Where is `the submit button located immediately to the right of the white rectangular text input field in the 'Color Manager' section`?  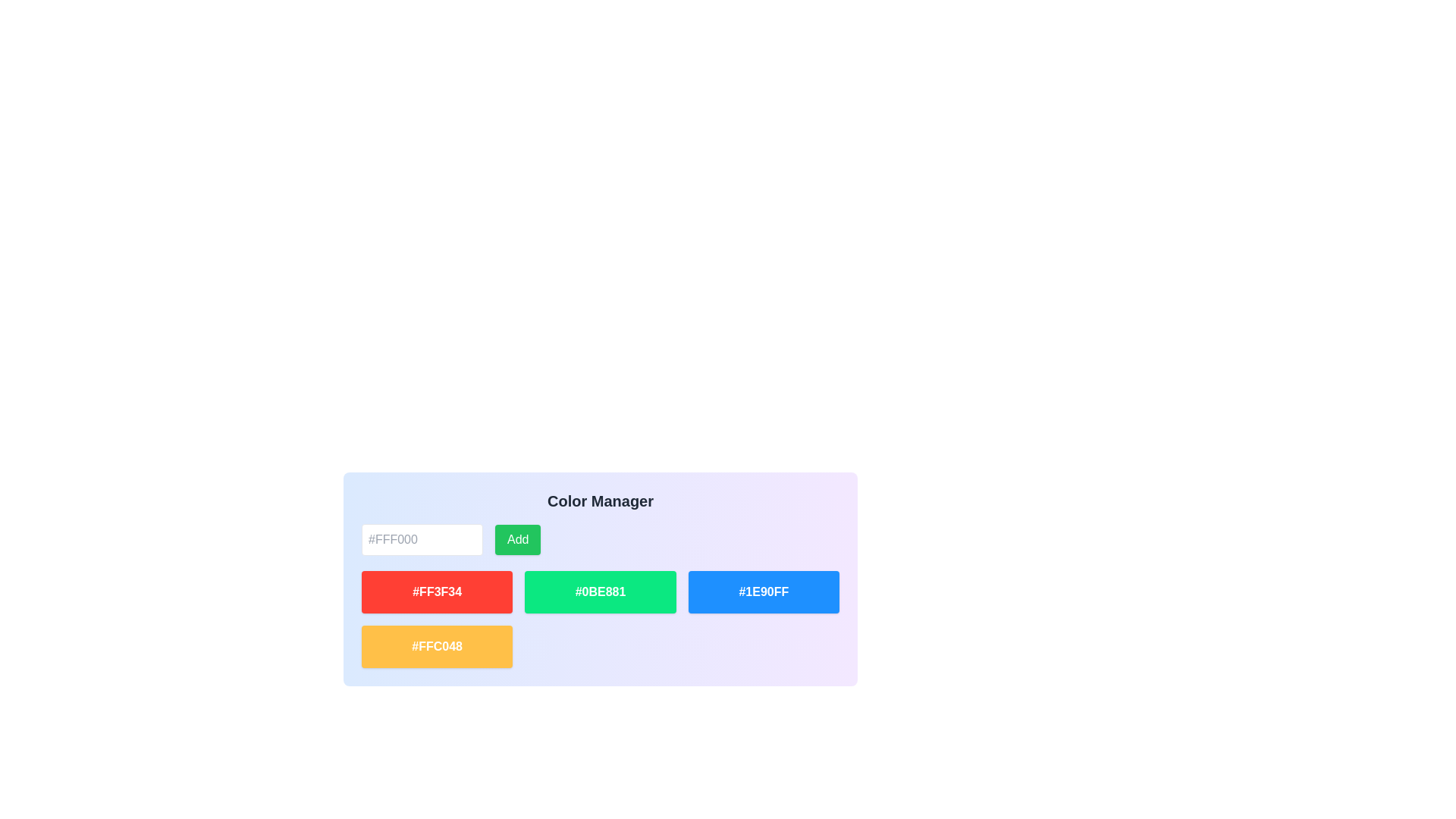
the submit button located immediately to the right of the white rectangular text input field in the 'Color Manager' section is located at coordinates (518, 539).